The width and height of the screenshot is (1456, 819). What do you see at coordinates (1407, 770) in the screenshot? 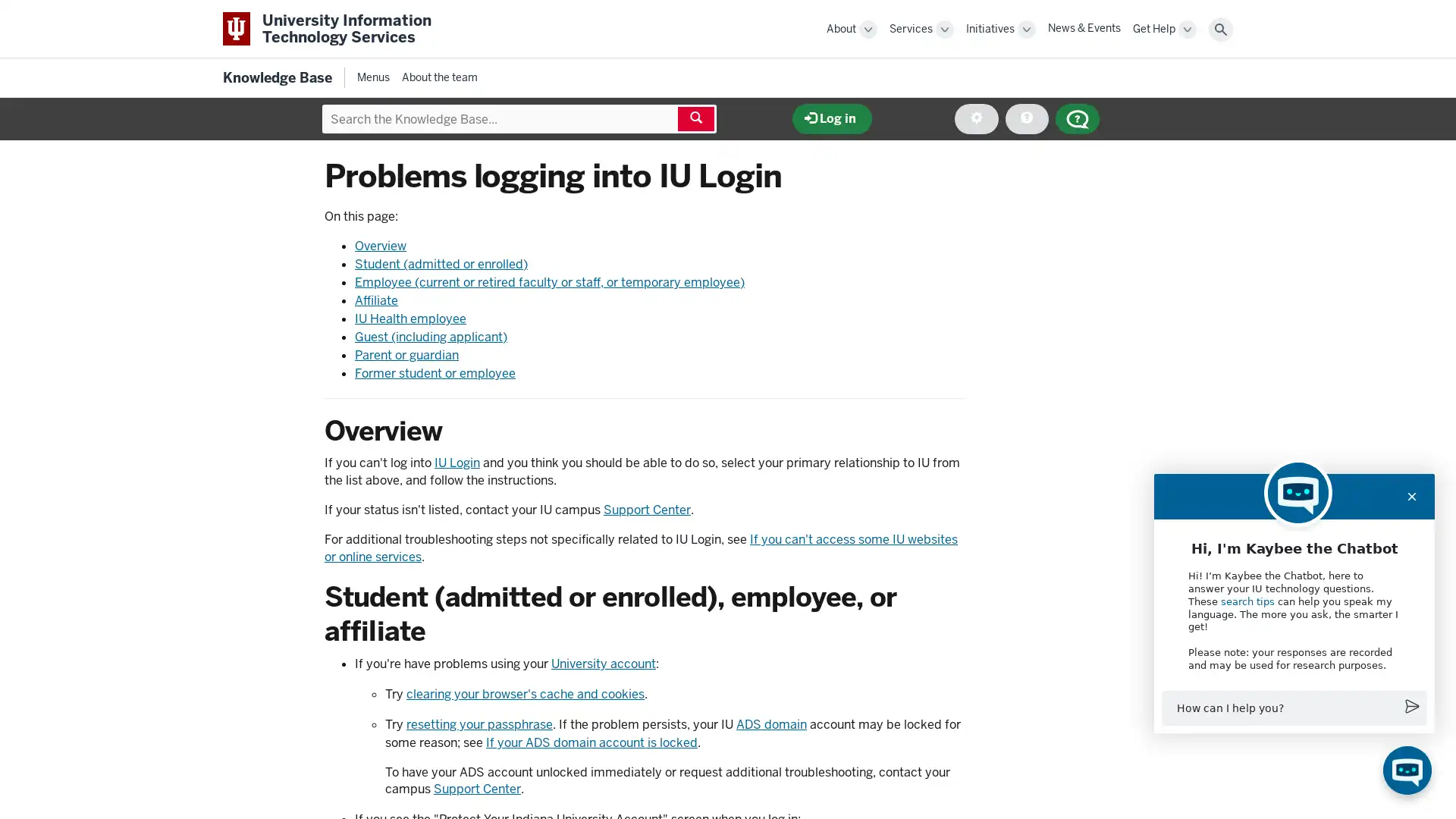
I see `Hi, I'm Kaybee the Chatbot. Hi! Im Kaybee the Chatbot, here to answer your IU technology questions. These <a href="https://kb.iu.edu/d/bgpf#tips">search tips</a> can help you speak my language. The more you ask, the smarter I get!<br><br>Please note: your responses are recorded and may be used for research purposes. Click or press Enter to open the chat` at bounding box center [1407, 770].